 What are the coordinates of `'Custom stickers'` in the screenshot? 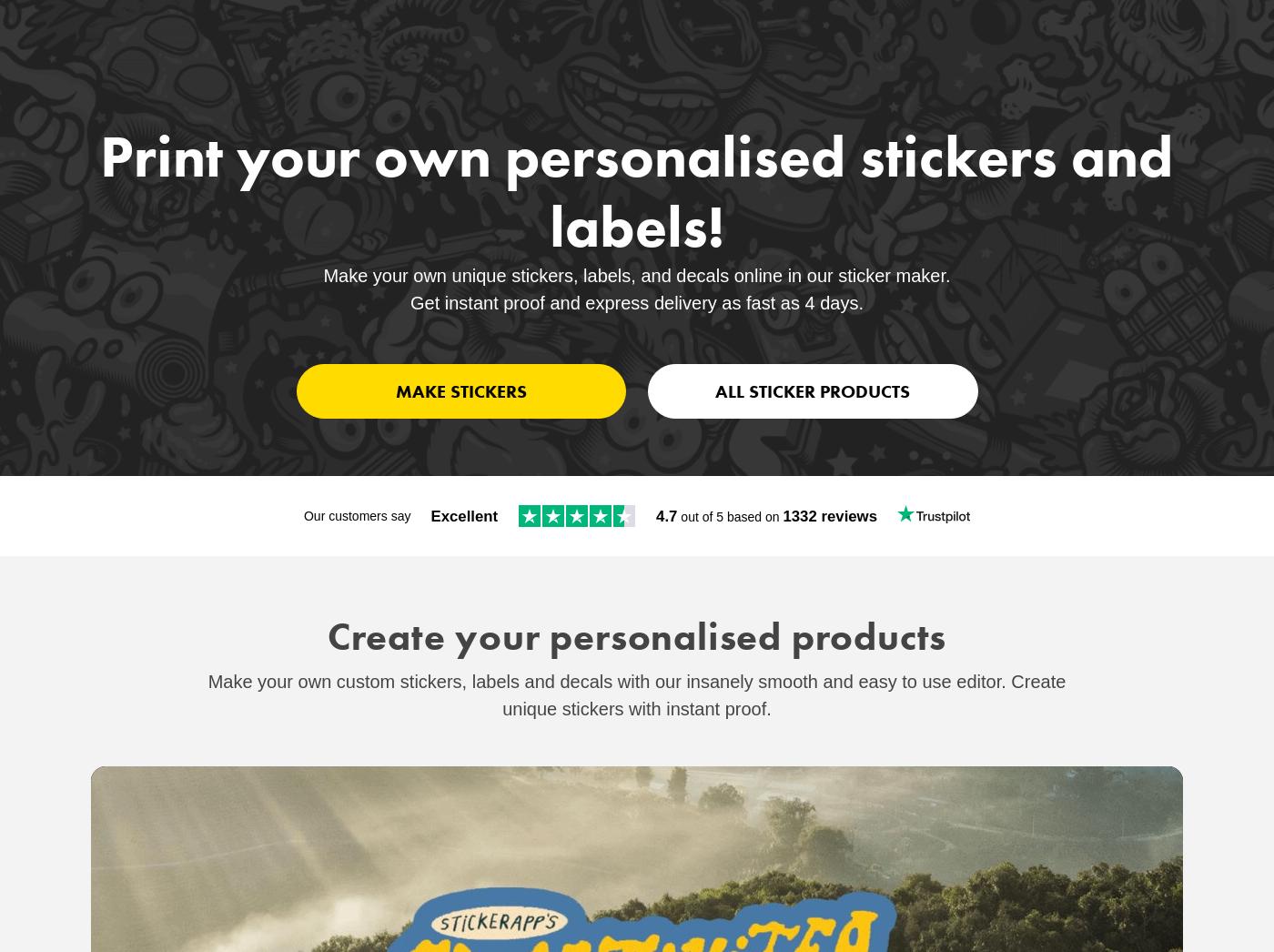 It's located at (128, 43).